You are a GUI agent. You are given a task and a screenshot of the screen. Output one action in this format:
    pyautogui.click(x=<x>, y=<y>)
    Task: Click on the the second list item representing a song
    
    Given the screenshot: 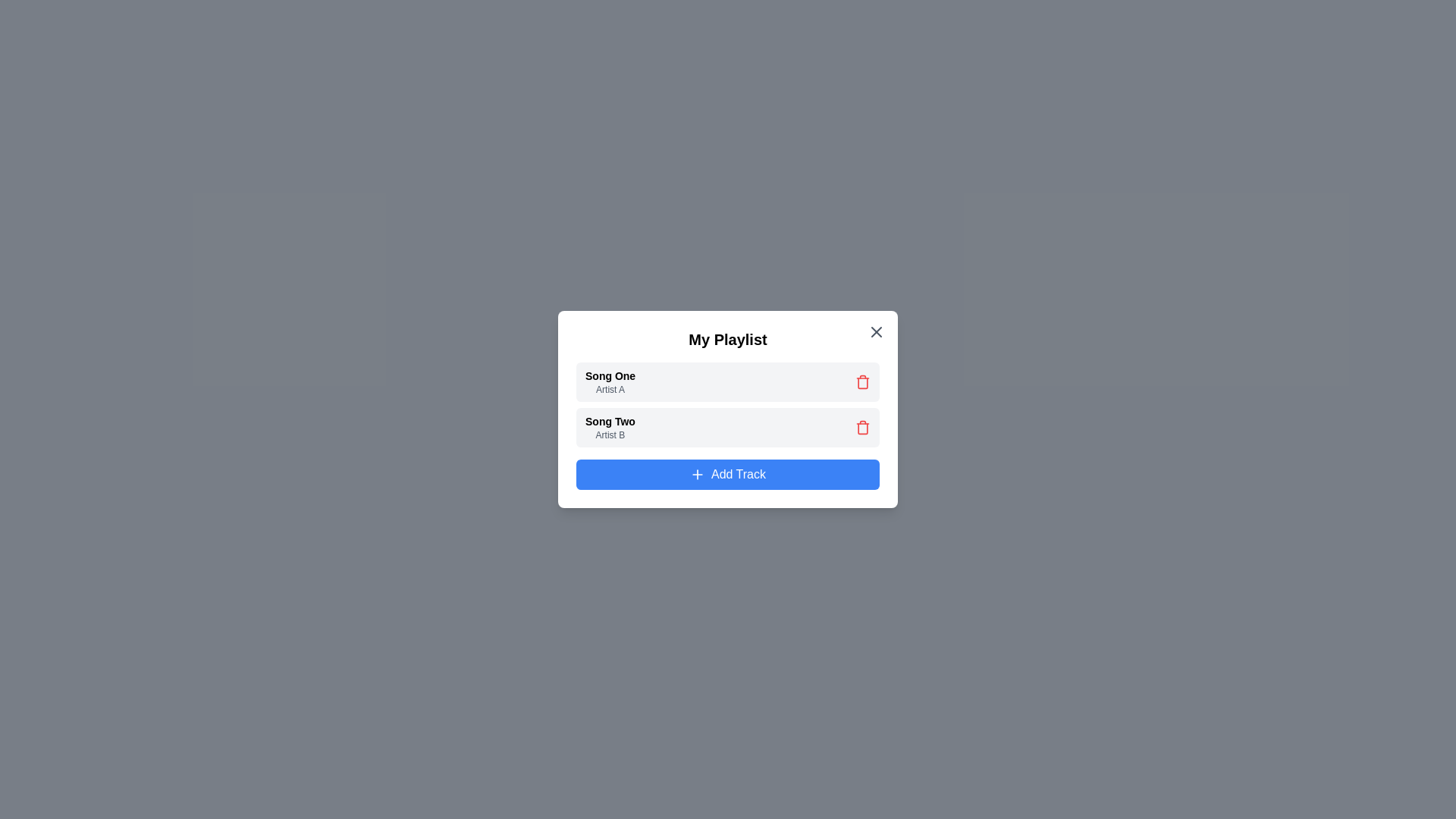 What is the action you would take?
    pyautogui.click(x=728, y=427)
    